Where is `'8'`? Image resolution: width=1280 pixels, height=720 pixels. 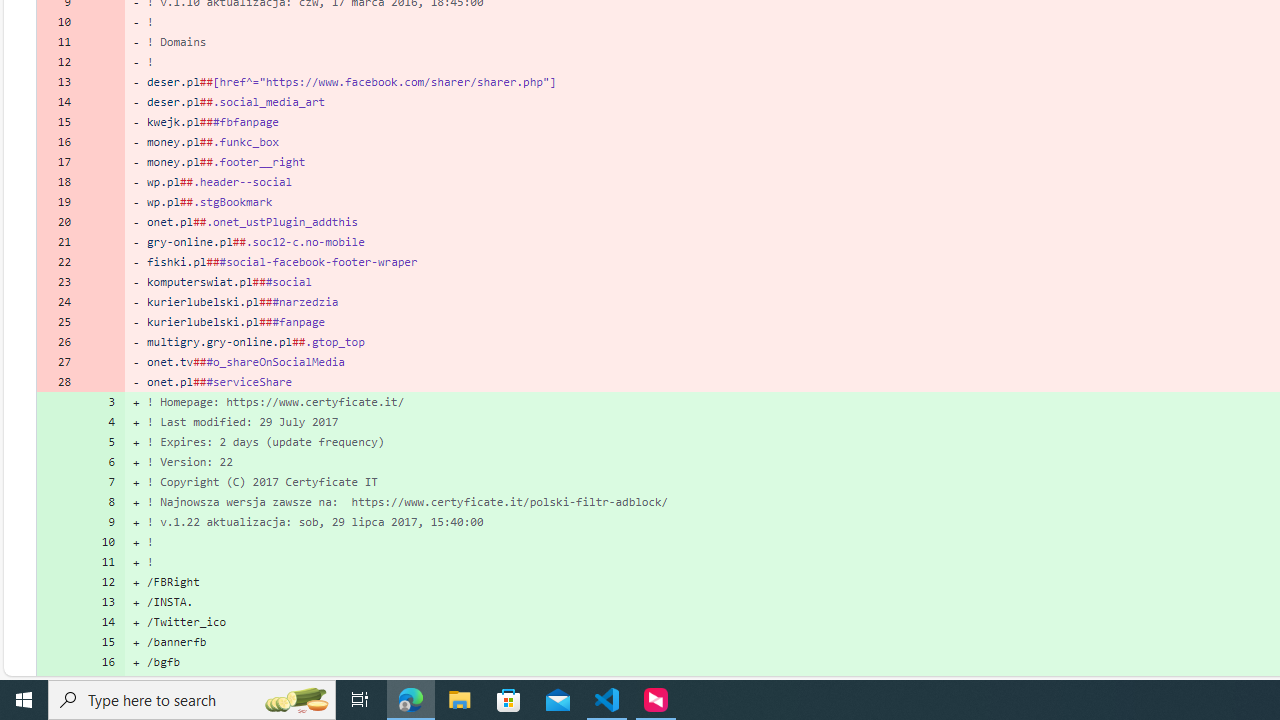
'8' is located at coordinates (102, 500).